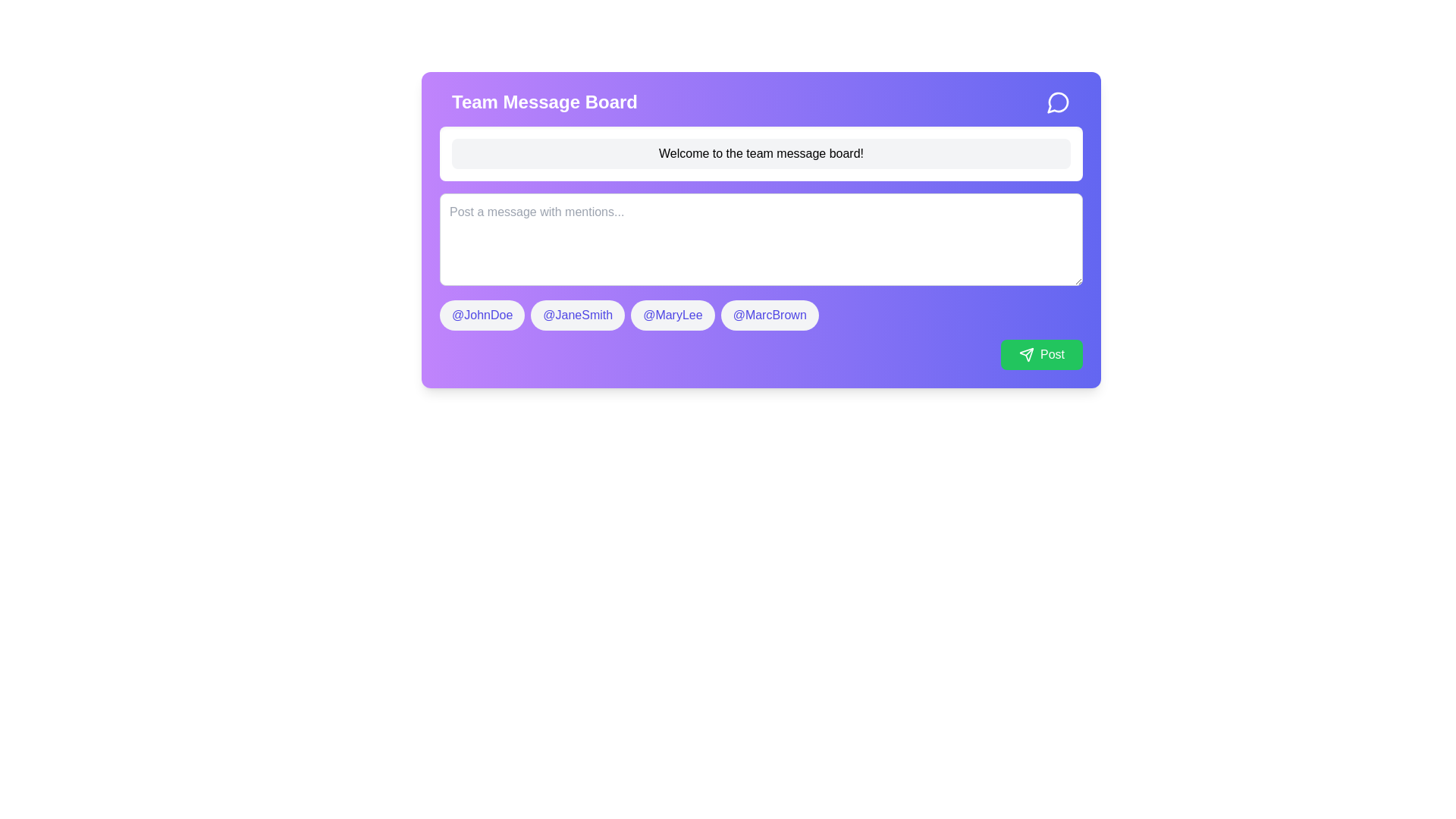 This screenshot has width=1456, height=819. Describe the element at coordinates (481, 315) in the screenshot. I see `the first interactive badge representing the user 'JohnDoe'` at that location.